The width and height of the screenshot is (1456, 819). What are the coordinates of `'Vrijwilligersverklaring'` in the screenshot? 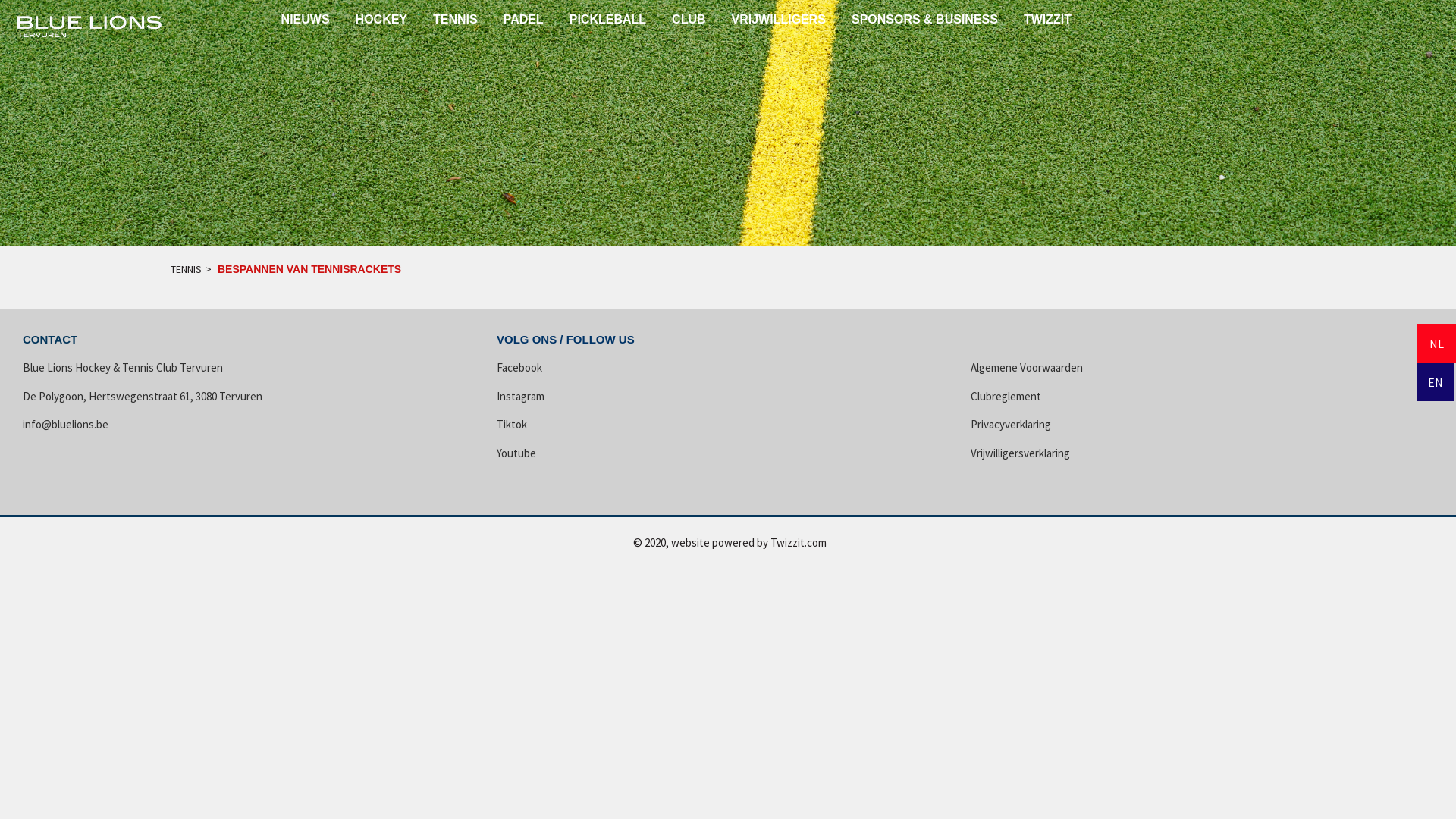 It's located at (971, 452).